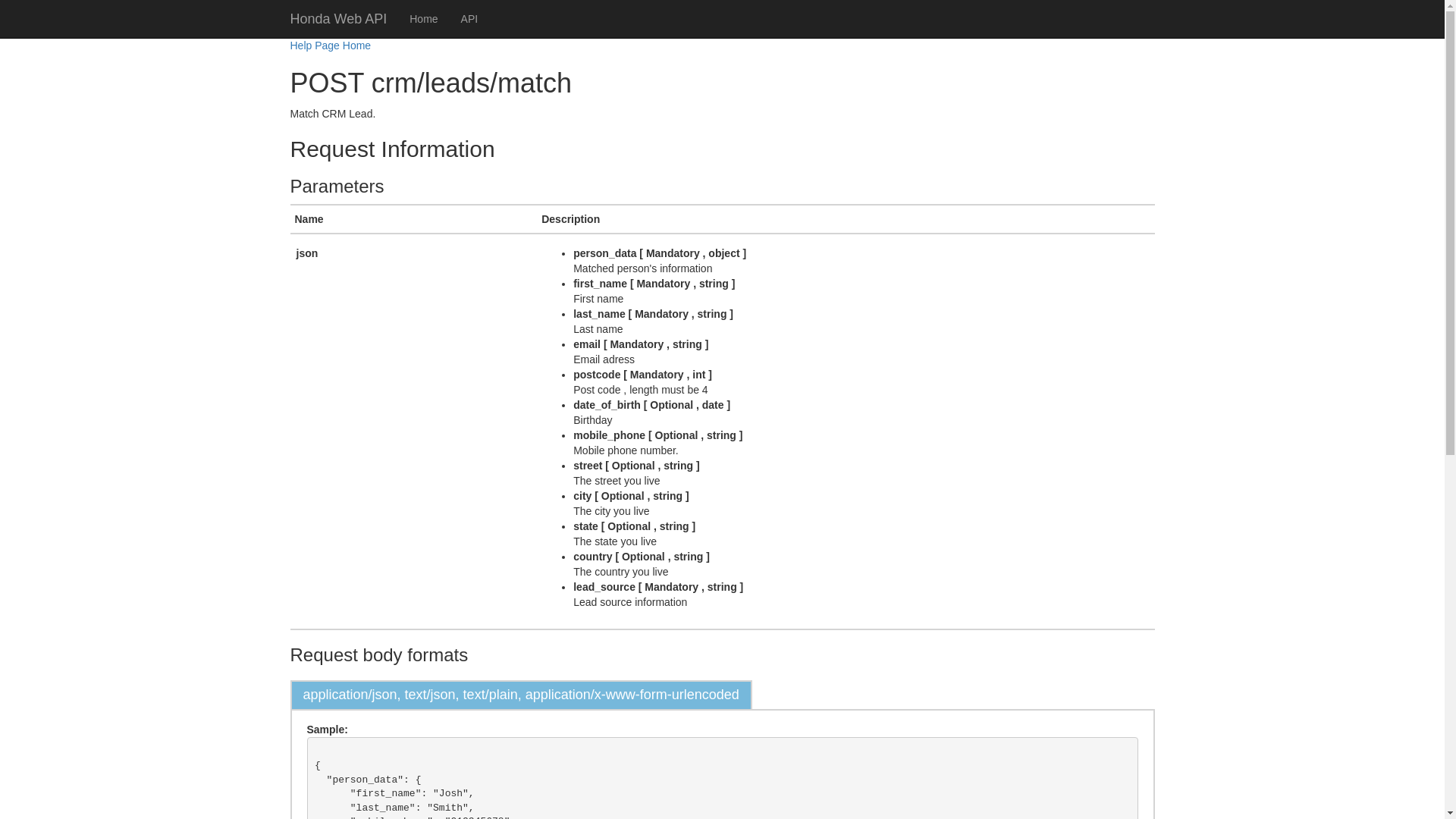 The image size is (1456, 819). What do you see at coordinates (469, 18) in the screenshot?
I see `'API'` at bounding box center [469, 18].